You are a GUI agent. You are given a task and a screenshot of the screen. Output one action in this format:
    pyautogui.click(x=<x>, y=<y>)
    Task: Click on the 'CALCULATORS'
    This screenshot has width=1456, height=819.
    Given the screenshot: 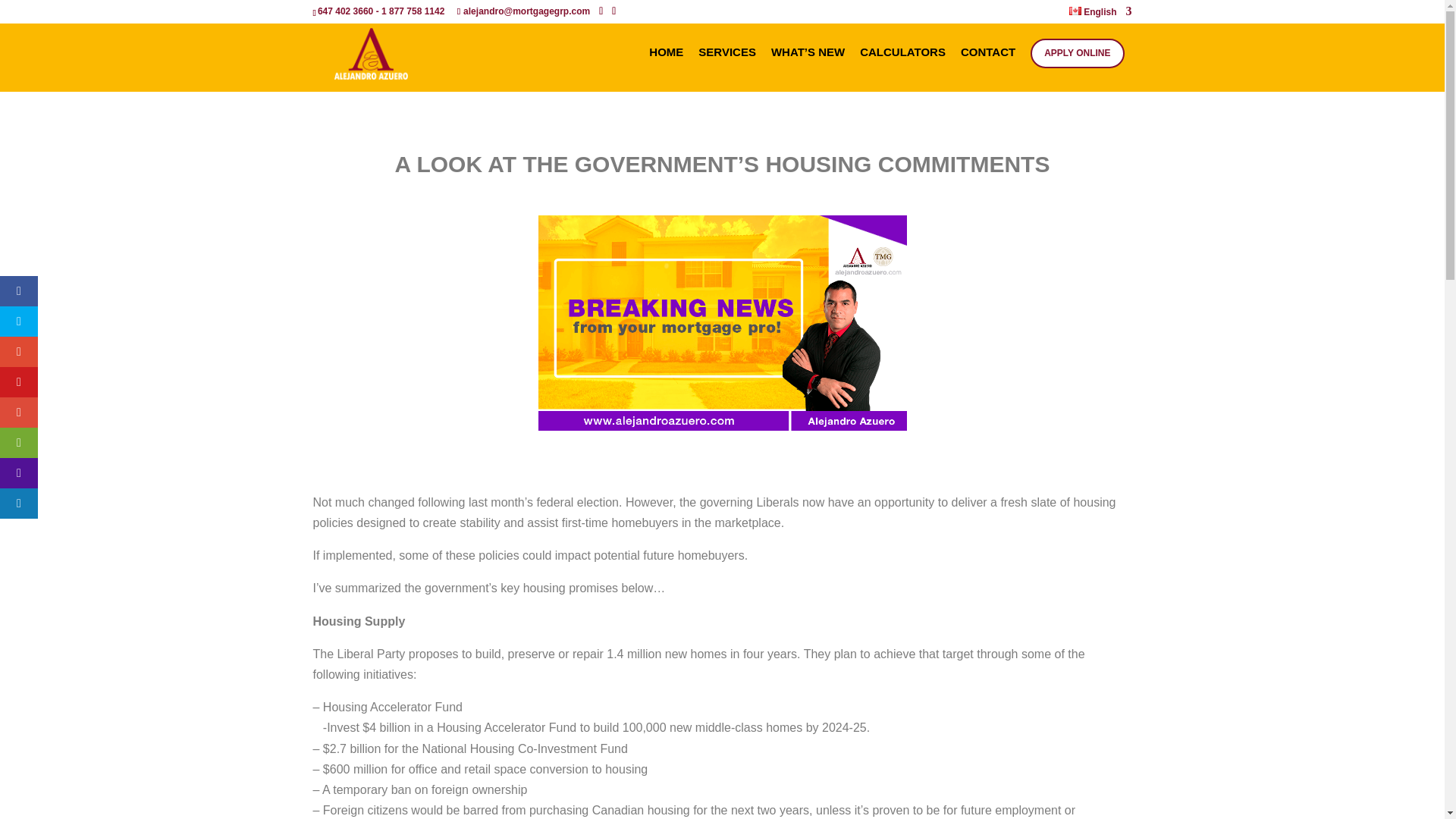 What is the action you would take?
    pyautogui.click(x=902, y=69)
    